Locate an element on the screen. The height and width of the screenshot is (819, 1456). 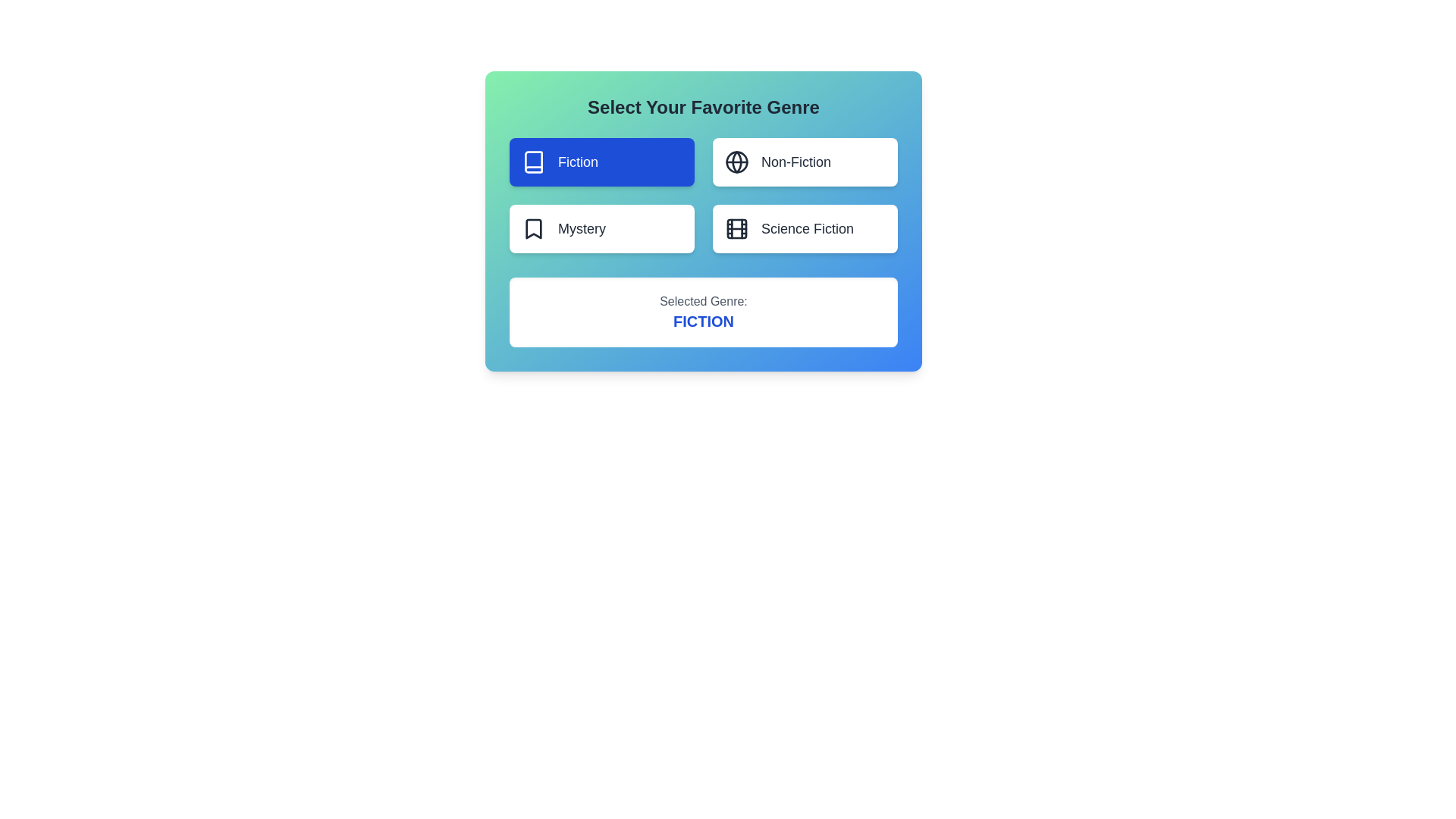
the genre Mystery by clicking on its button is located at coordinates (601, 228).